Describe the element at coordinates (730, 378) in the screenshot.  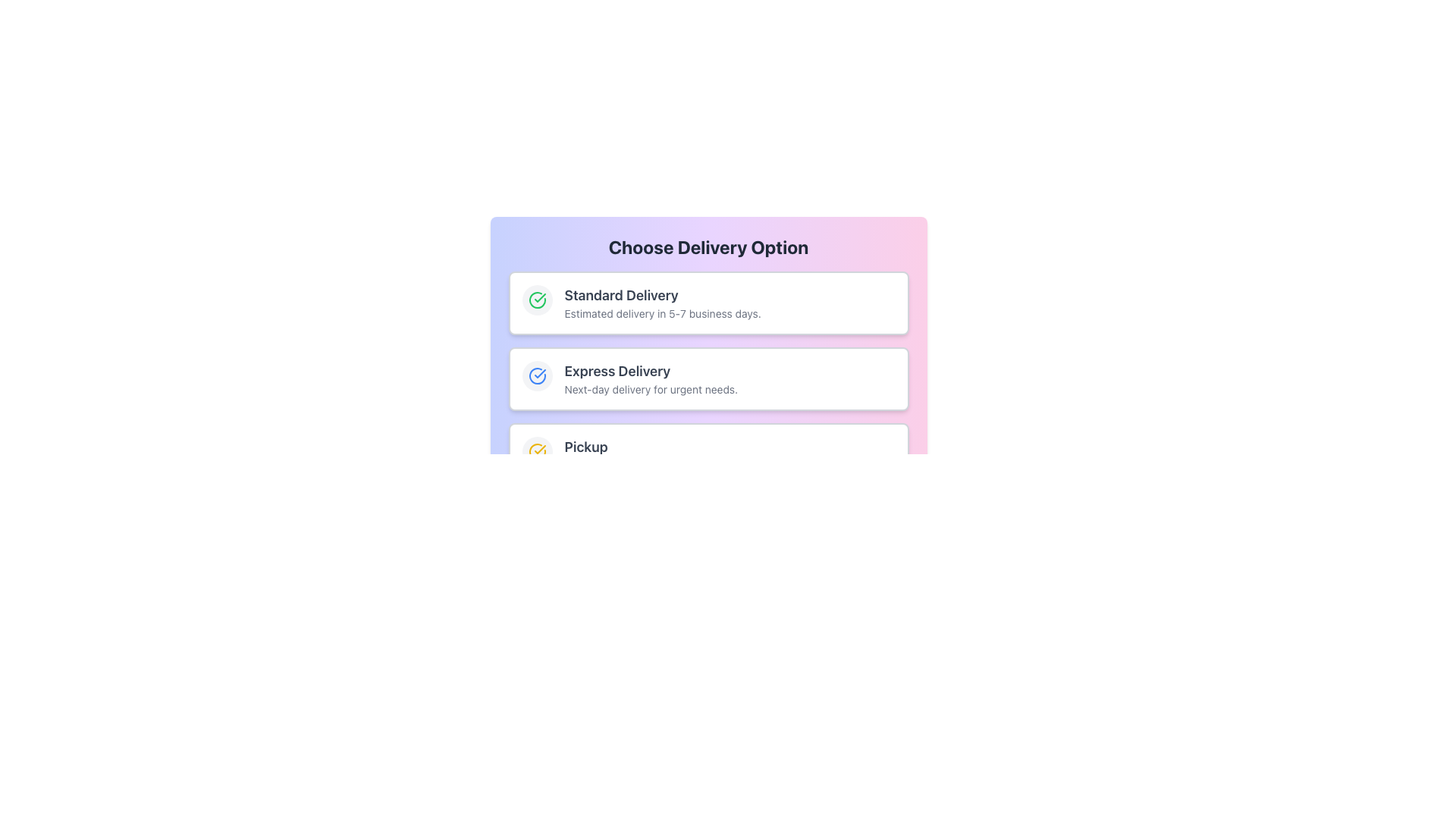
I see `the text block displaying 'Express Delivery' and its description to bring it into view within the scrollable interface` at that location.